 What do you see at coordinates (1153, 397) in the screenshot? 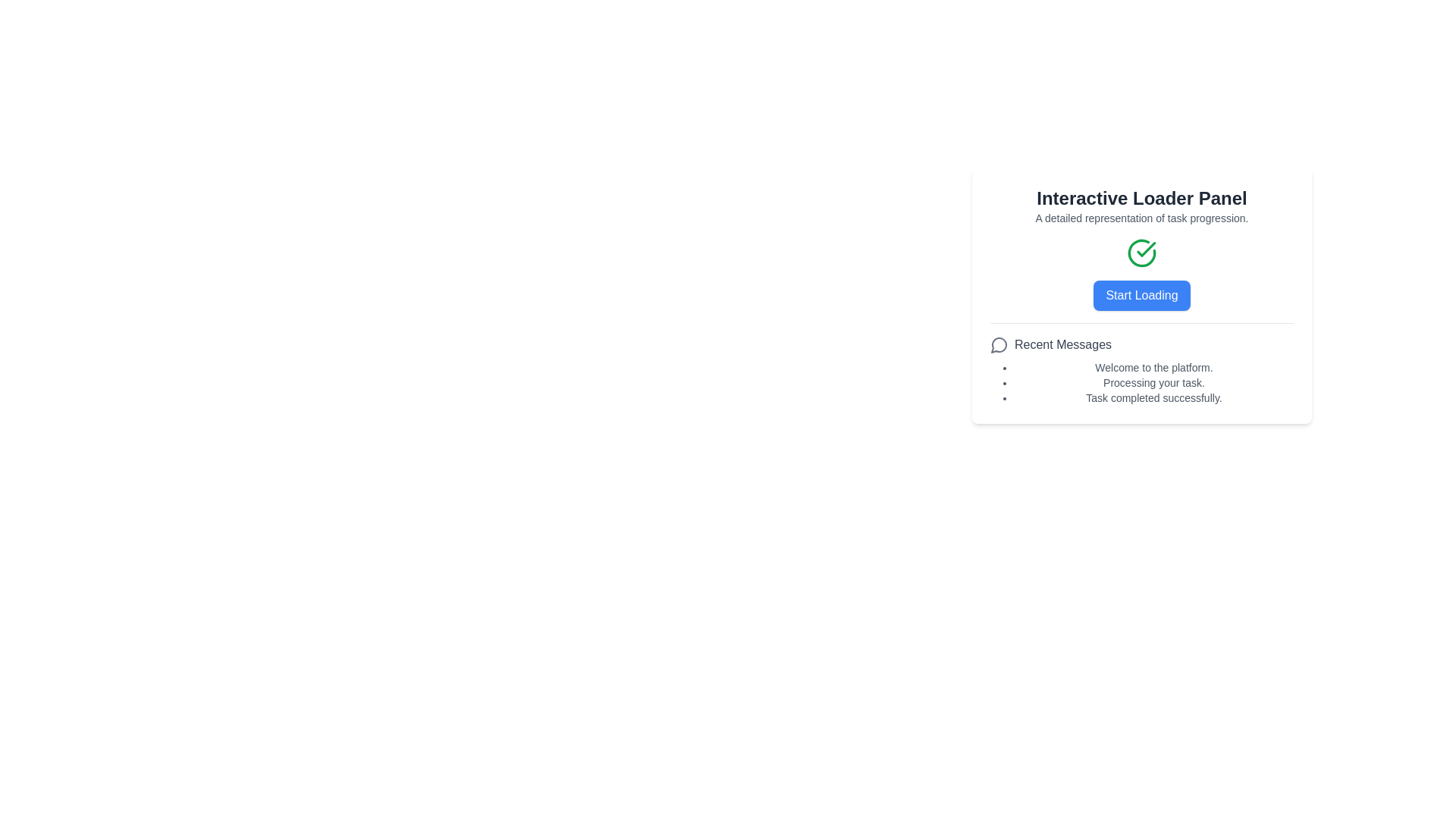
I see `the text element that reads 'Task completed successfully.', which is the third item in the 'Recent Messages' list` at bounding box center [1153, 397].